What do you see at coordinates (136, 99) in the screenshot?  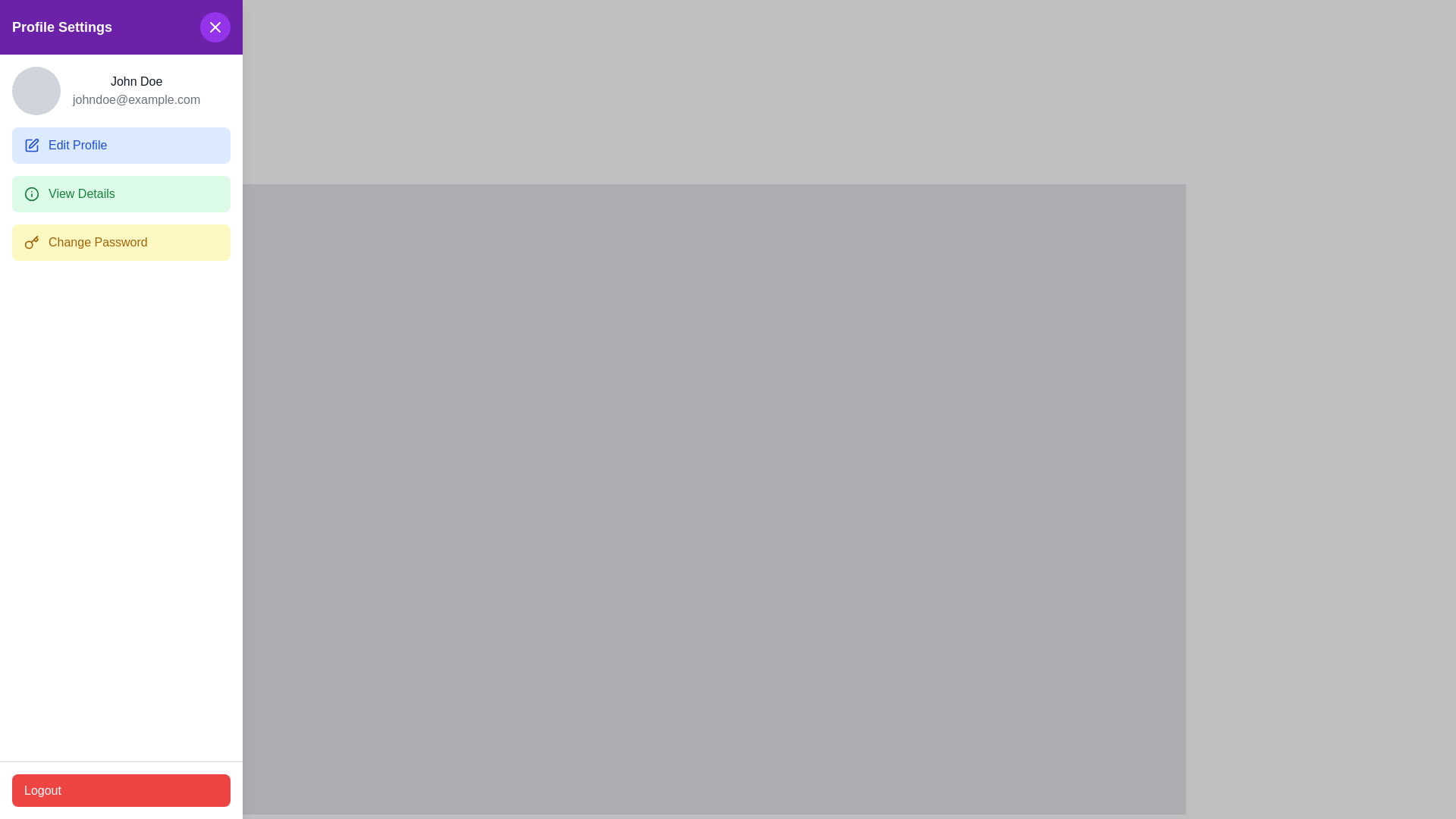 I see `the text label displaying the user's email address, located directly underneath 'John Doe' in the profile panel` at bounding box center [136, 99].